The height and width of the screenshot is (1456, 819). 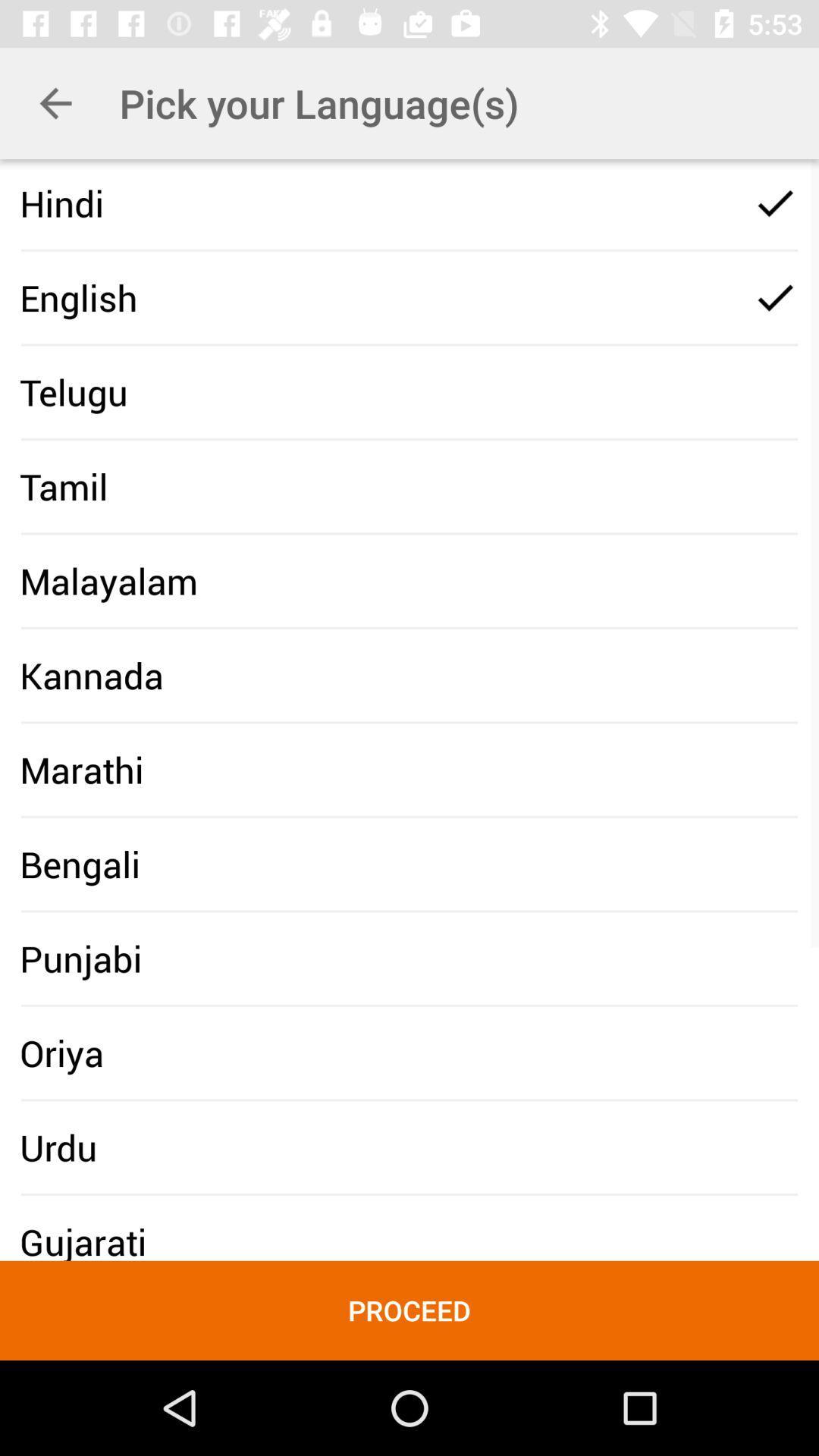 I want to click on the english icon, so click(x=78, y=297).